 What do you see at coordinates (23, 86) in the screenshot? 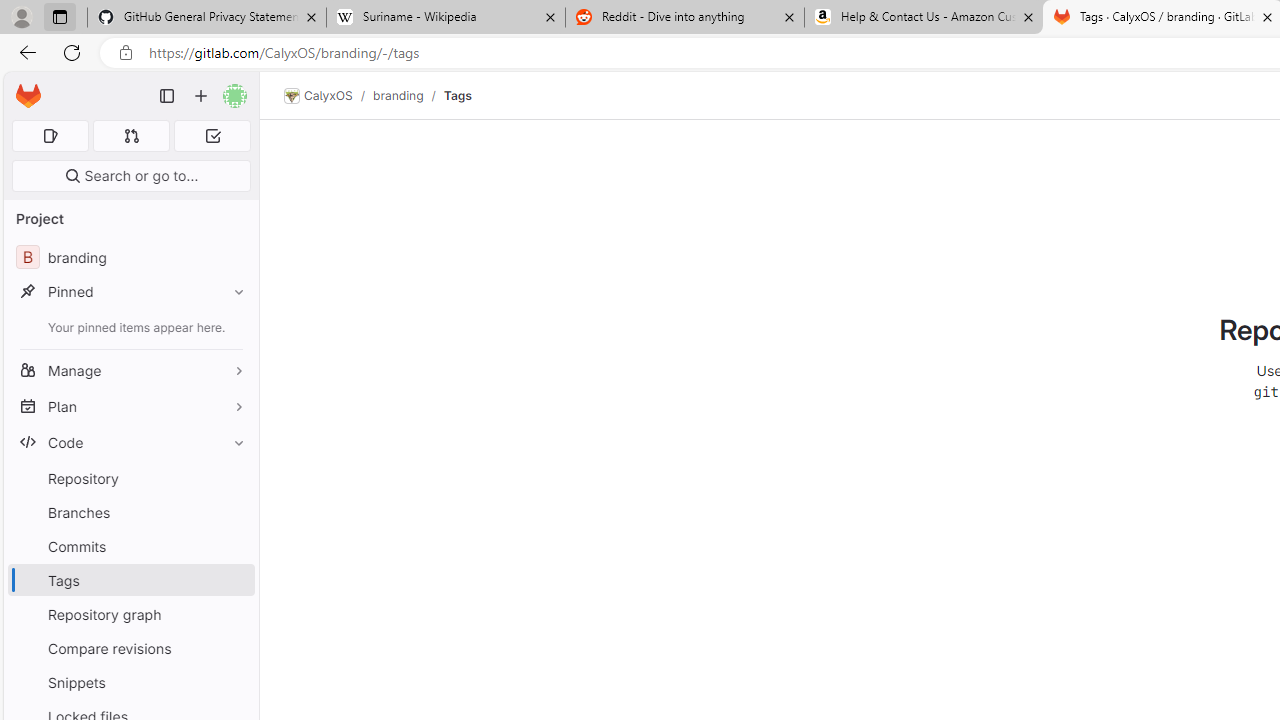
I see `'Skip to main content'` at bounding box center [23, 86].